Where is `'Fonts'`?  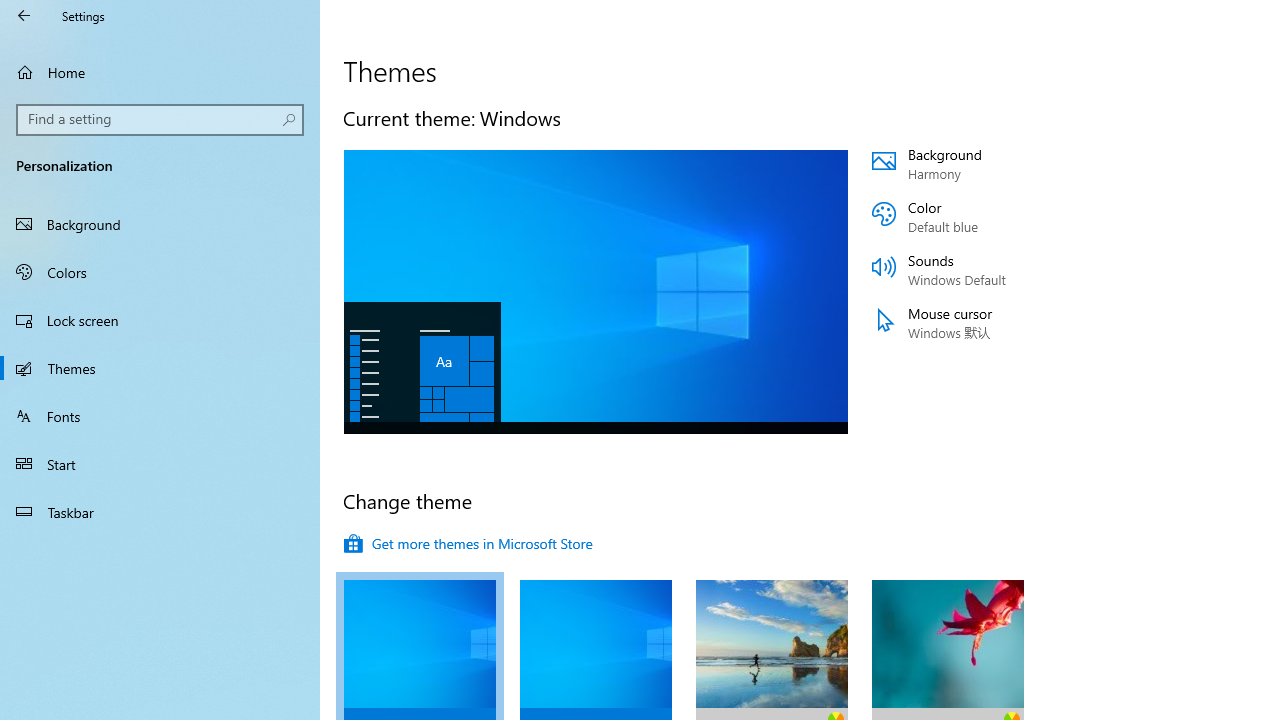 'Fonts' is located at coordinates (160, 414).